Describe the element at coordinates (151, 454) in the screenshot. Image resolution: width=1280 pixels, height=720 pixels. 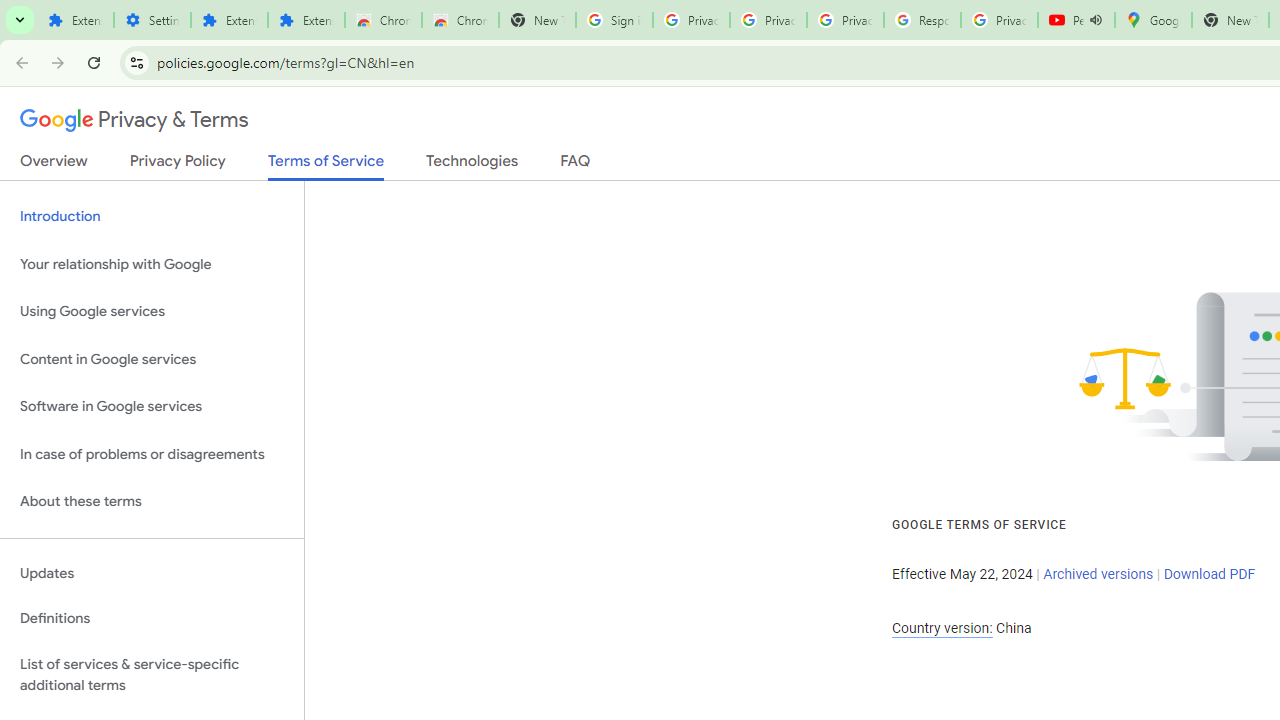
I see `'In case of problems or disagreements'` at that location.